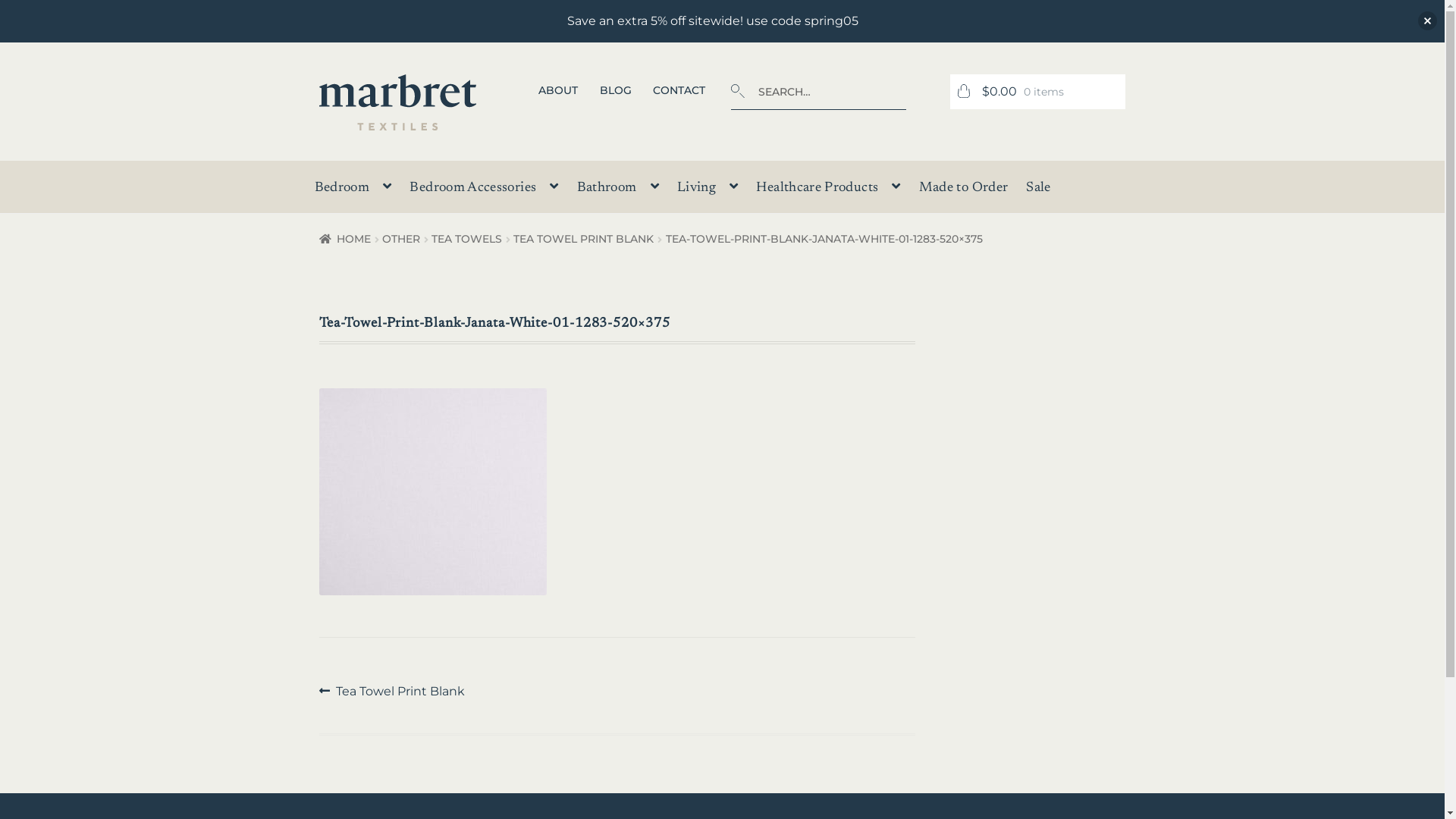  What do you see at coordinates (1037, 91) in the screenshot?
I see `'$0.00 0 items'` at bounding box center [1037, 91].